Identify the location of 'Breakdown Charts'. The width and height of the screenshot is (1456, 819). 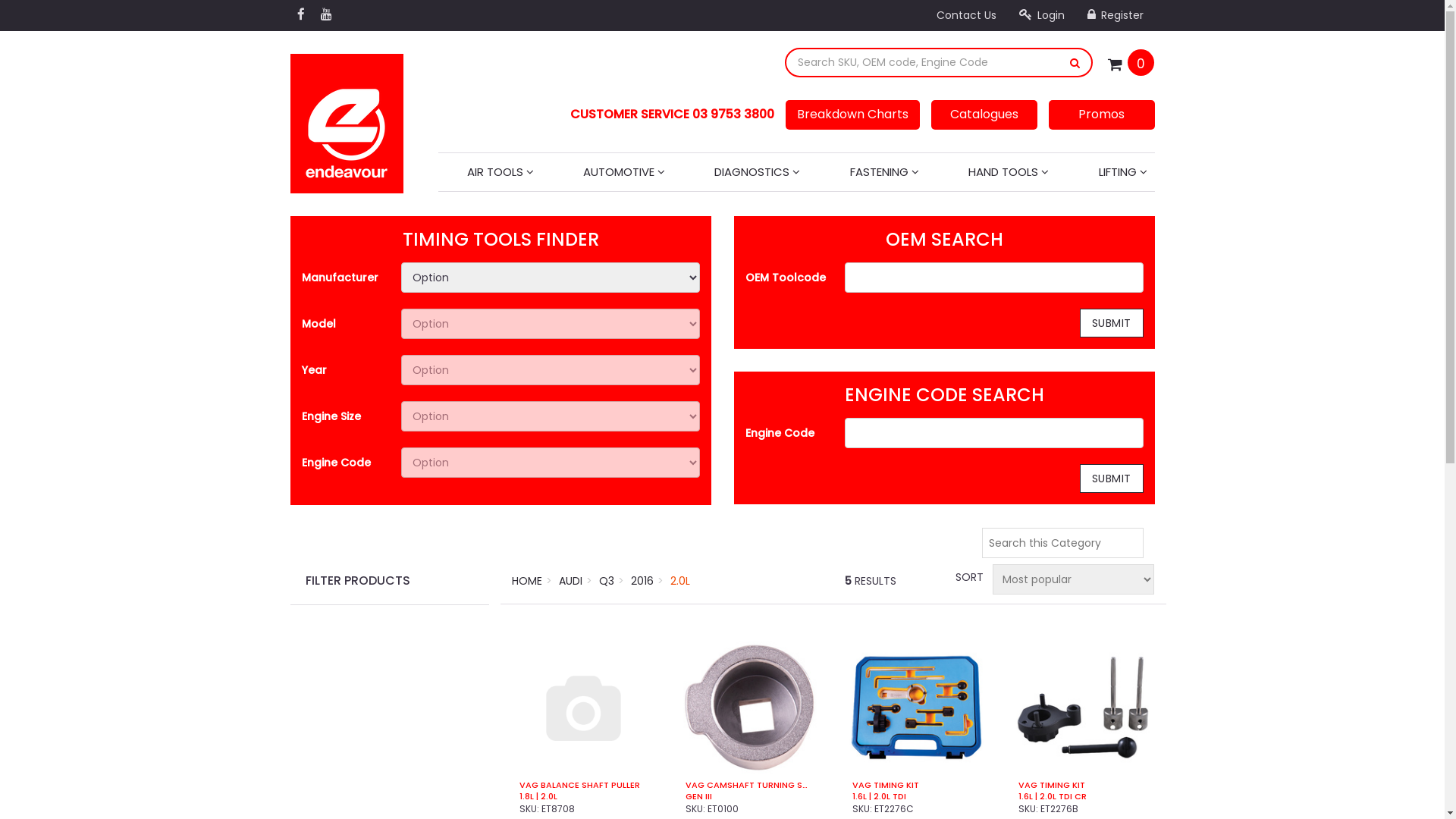
(852, 114).